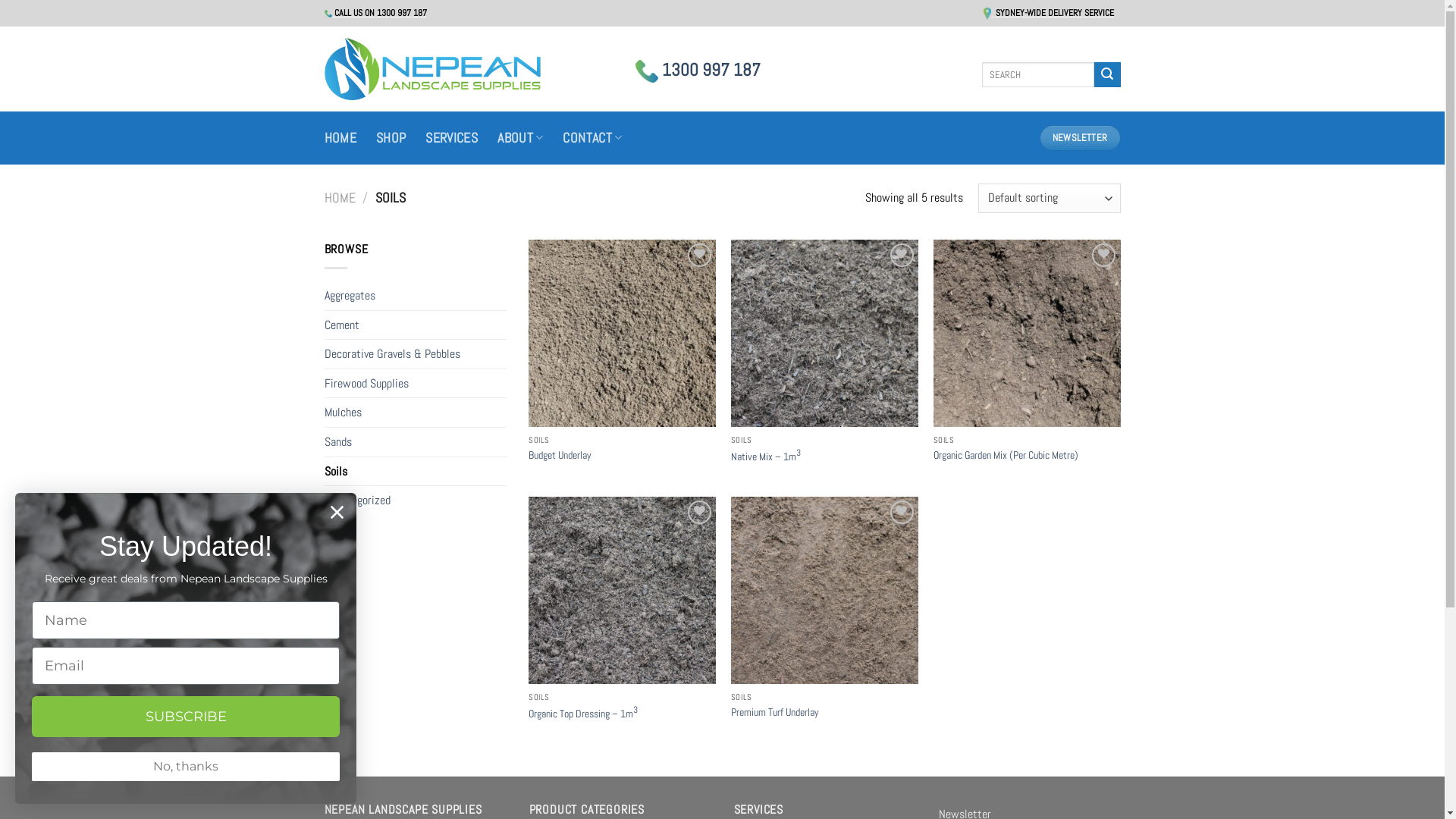 Image resolution: width=1456 pixels, height=819 pixels. Describe the element at coordinates (1106, 75) in the screenshot. I see `'Search'` at that location.